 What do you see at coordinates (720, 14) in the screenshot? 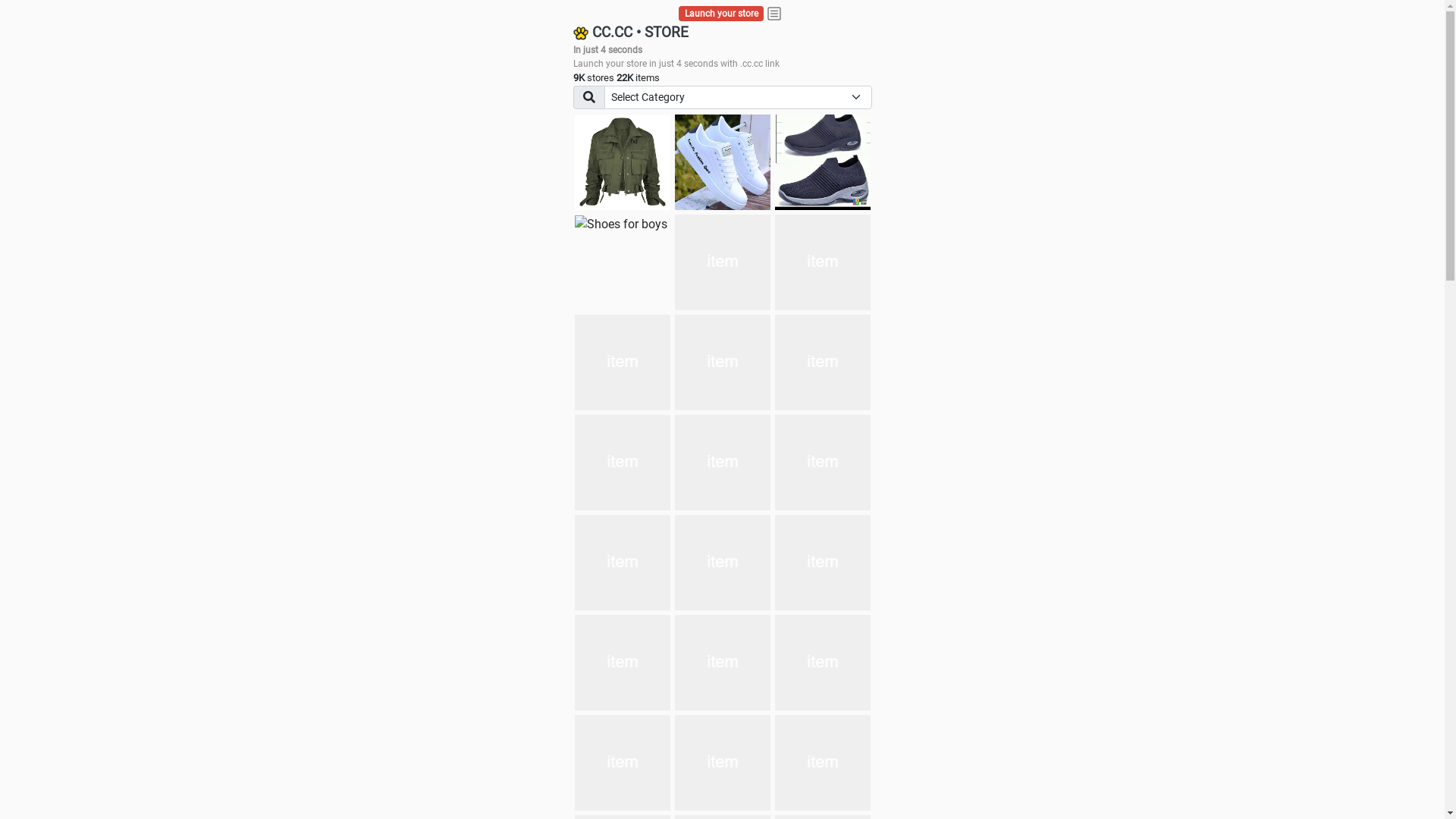
I see `'Launch your store'` at bounding box center [720, 14].